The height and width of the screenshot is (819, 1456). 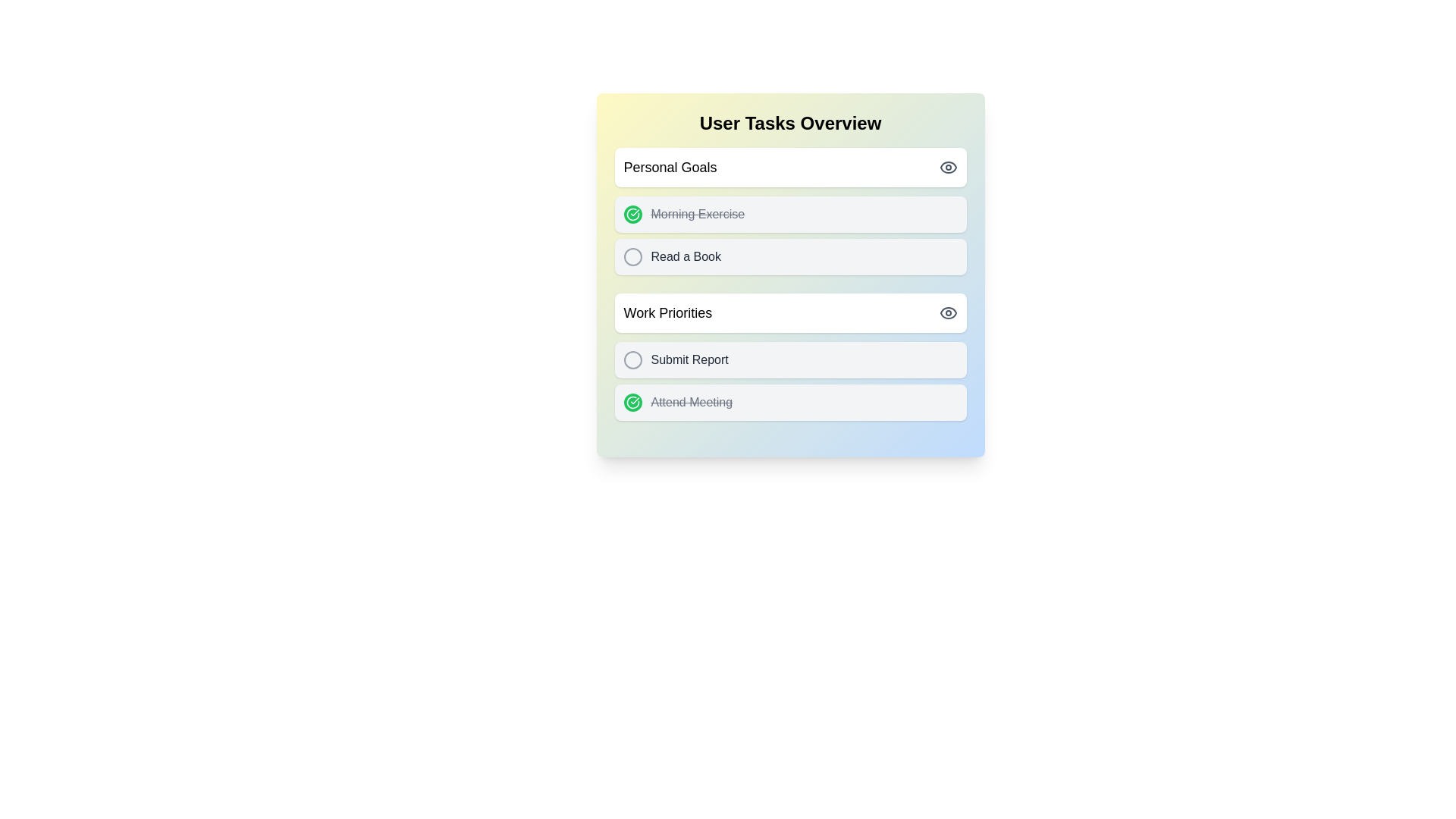 What do you see at coordinates (947, 312) in the screenshot?
I see `the icon in the upper-right corner of the 'Work Priorities' card` at bounding box center [947, 312].